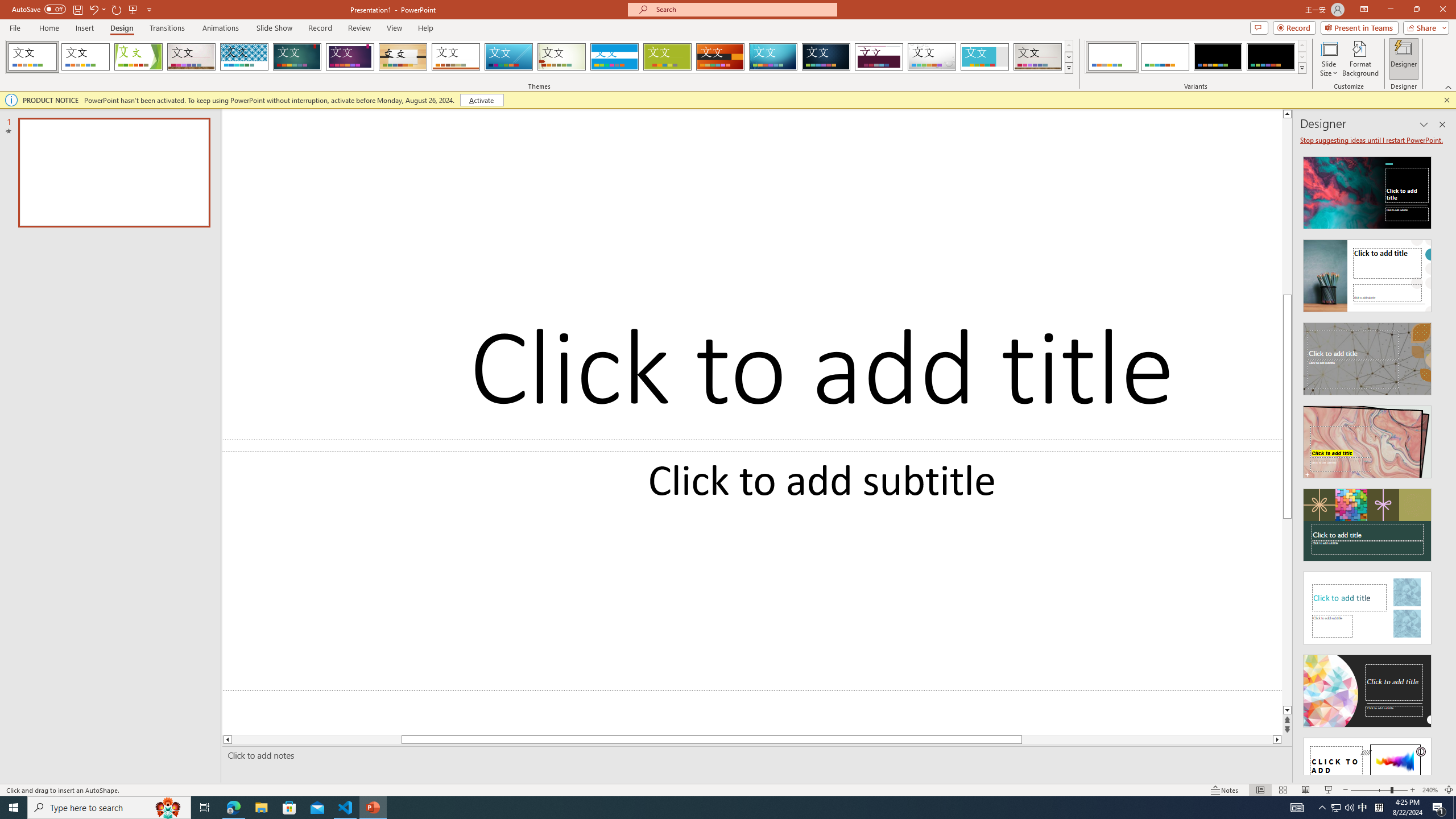  What do you see at coordinates (1360, 59) in the screenshot?
I see `'Format Background'` at bounding box center [1360, 59].